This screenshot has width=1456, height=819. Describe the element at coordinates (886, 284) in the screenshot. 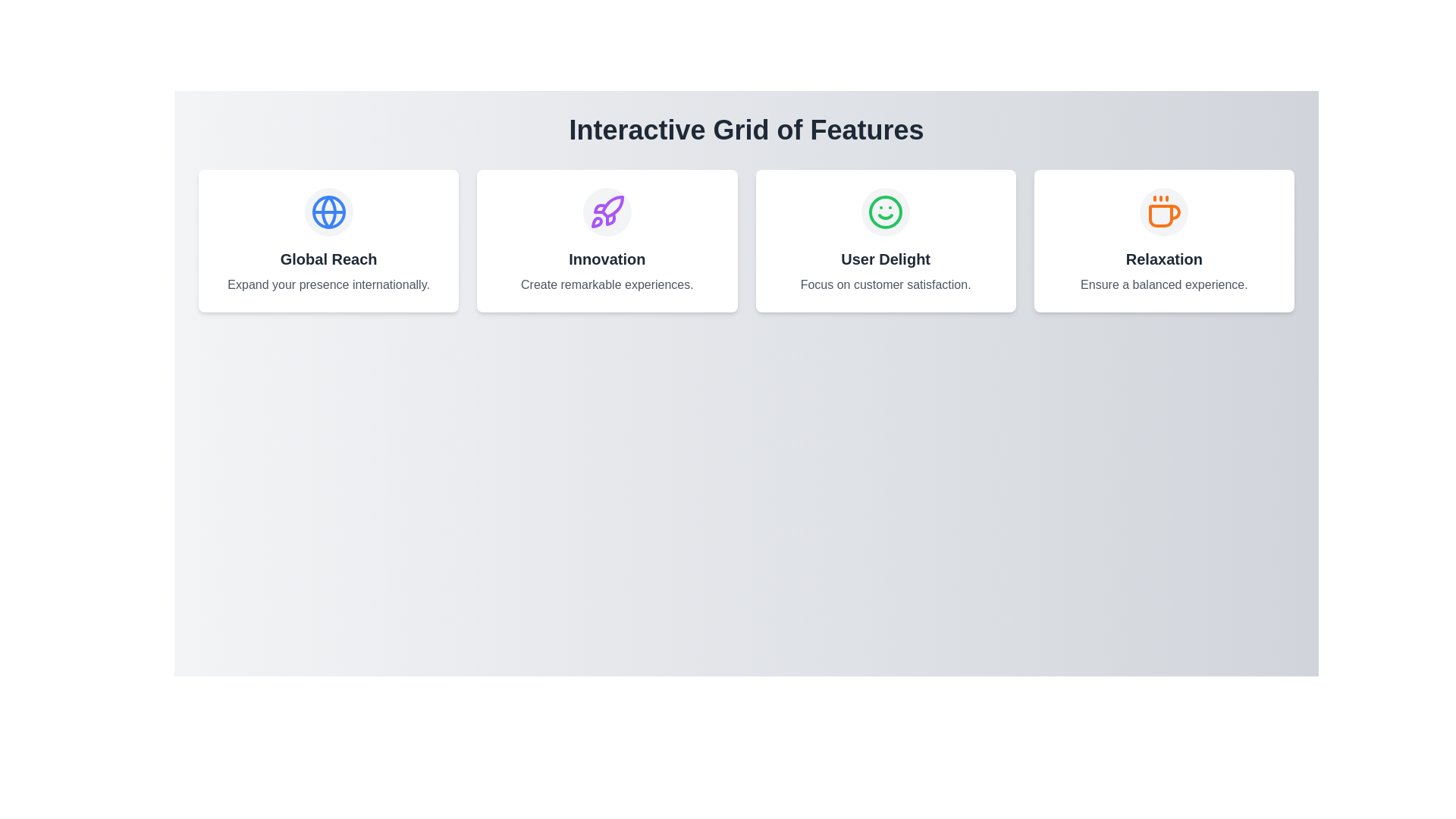

I see `the descriptive text supporting the heading 'User Delight', located in the second text field of the third card from the left in a horizontal arrangement of four cards` at that location.